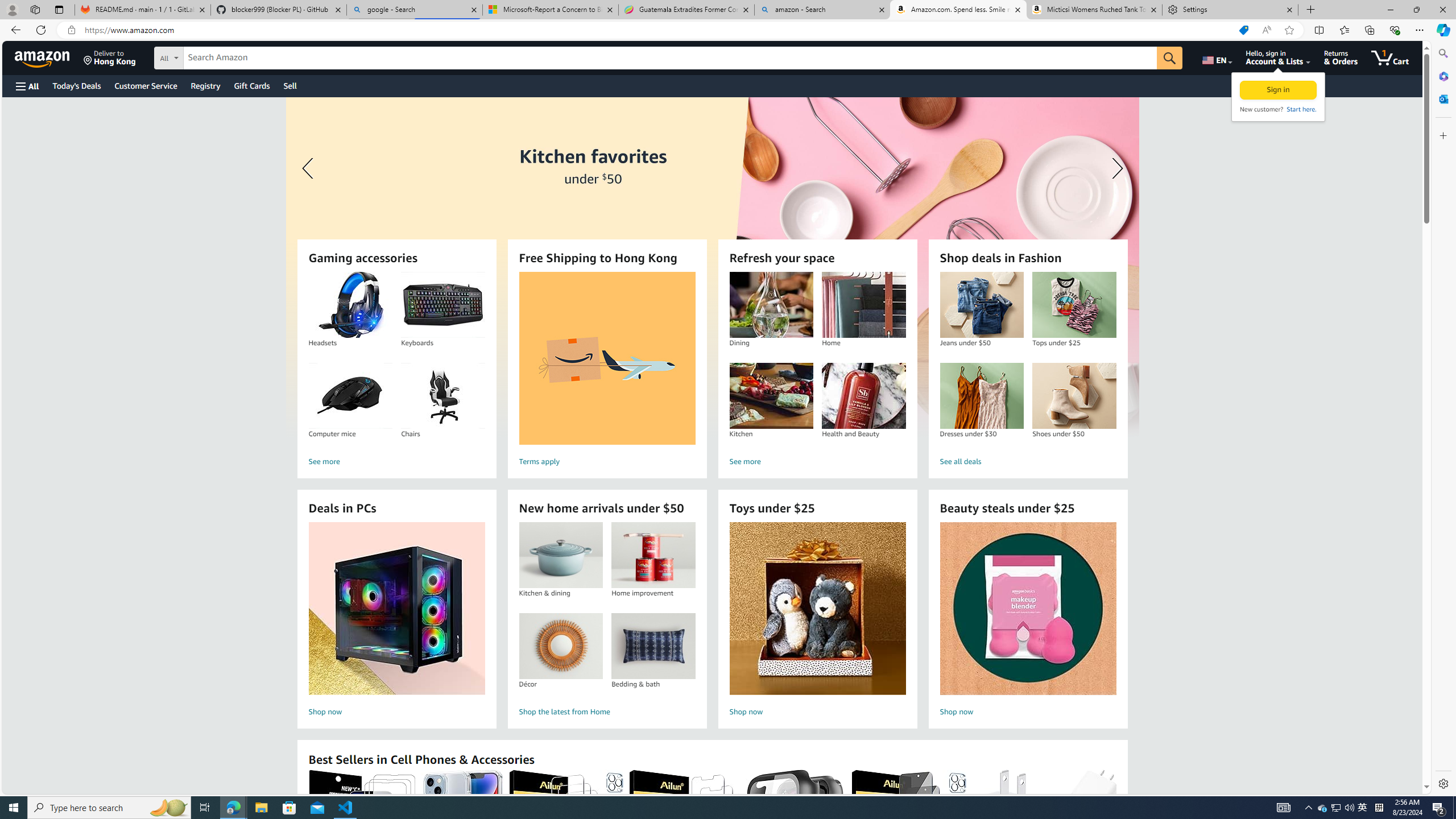  I want to click on 'Side bar', so click(1443, 418).